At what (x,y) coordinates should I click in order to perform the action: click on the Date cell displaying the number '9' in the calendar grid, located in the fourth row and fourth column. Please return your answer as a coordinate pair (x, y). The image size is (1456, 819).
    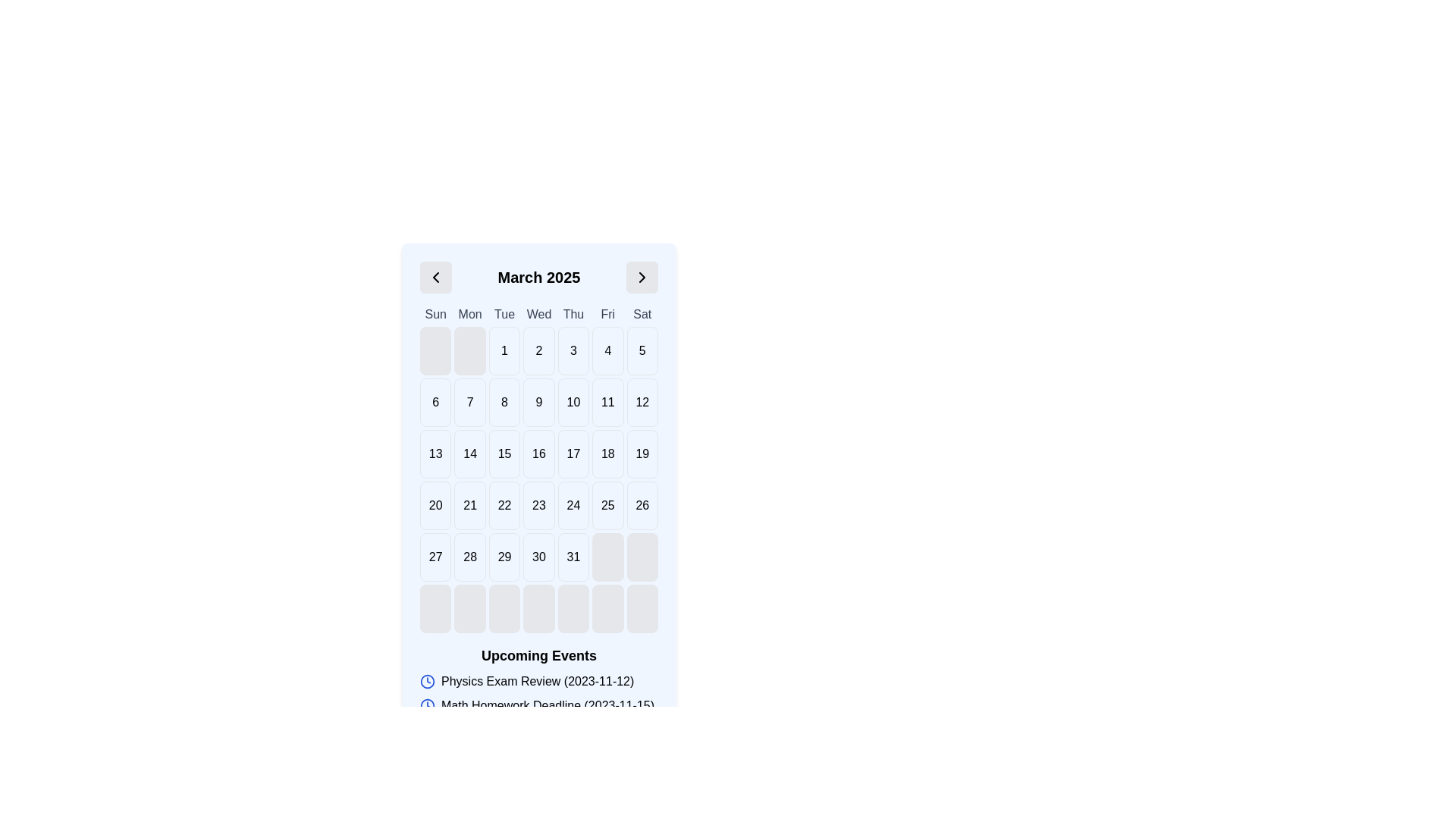
    Looking at the image, I should click on (538, 402).